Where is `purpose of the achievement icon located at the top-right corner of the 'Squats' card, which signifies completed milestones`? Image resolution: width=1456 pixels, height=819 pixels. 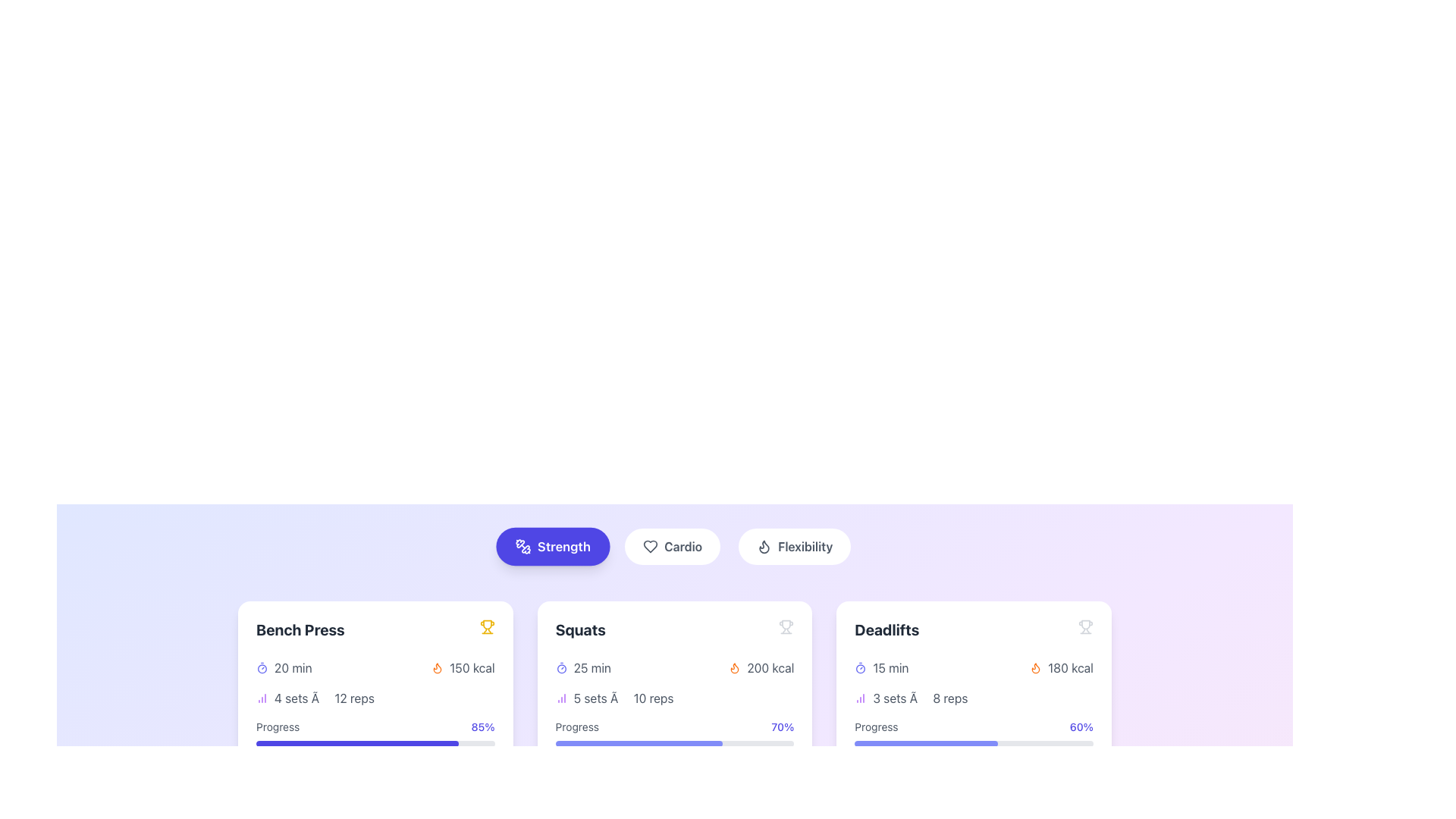 purpose of the achievement icon located at the top-right corner of the 'Squats' card, which signifies completed milestones is located at coordinates (786, 626).